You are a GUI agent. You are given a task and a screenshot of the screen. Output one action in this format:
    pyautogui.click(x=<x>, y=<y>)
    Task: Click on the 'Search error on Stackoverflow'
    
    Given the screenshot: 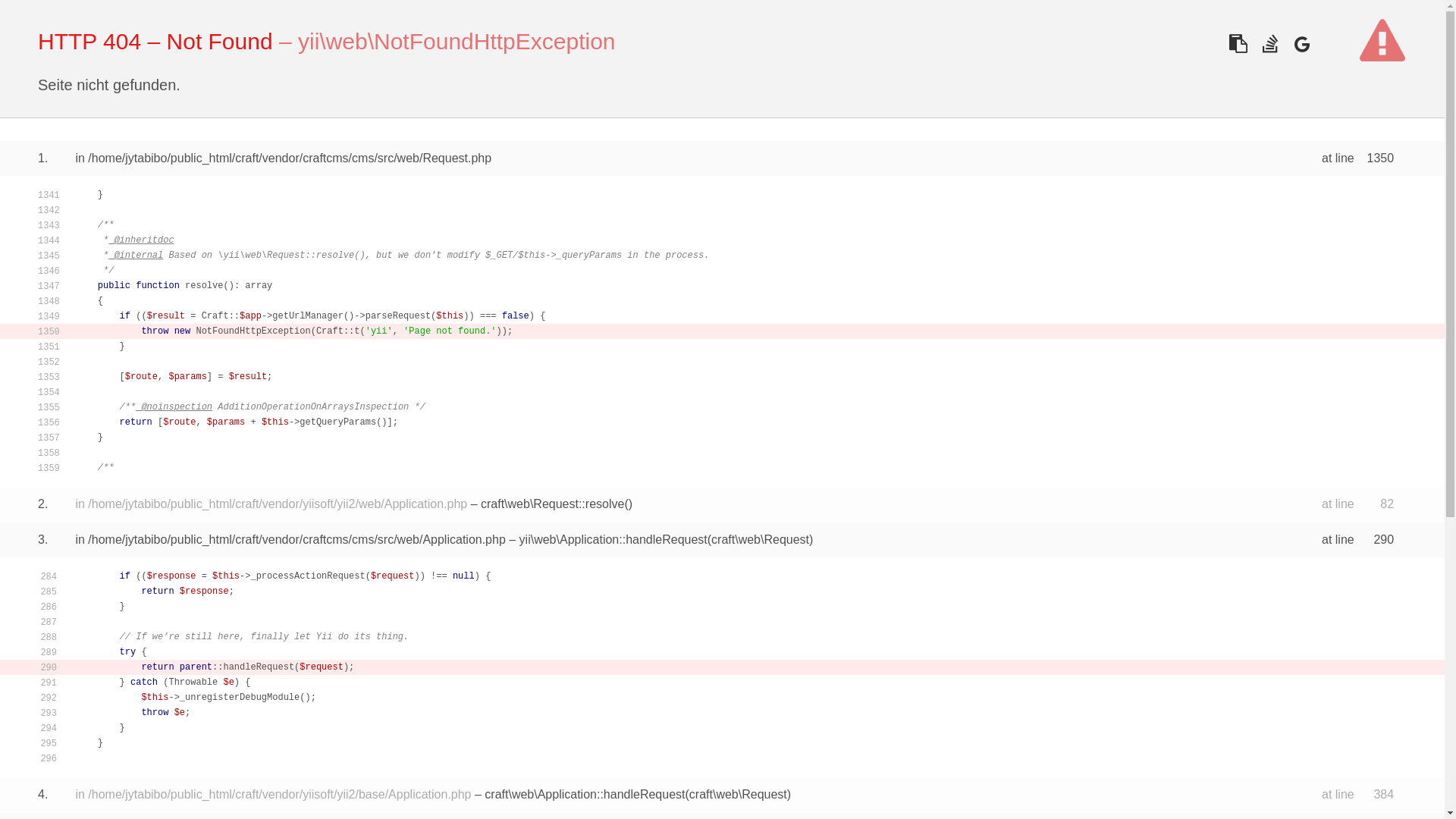 What is the action you would take?
    pyautogui.click(x=1269, y=42)
    